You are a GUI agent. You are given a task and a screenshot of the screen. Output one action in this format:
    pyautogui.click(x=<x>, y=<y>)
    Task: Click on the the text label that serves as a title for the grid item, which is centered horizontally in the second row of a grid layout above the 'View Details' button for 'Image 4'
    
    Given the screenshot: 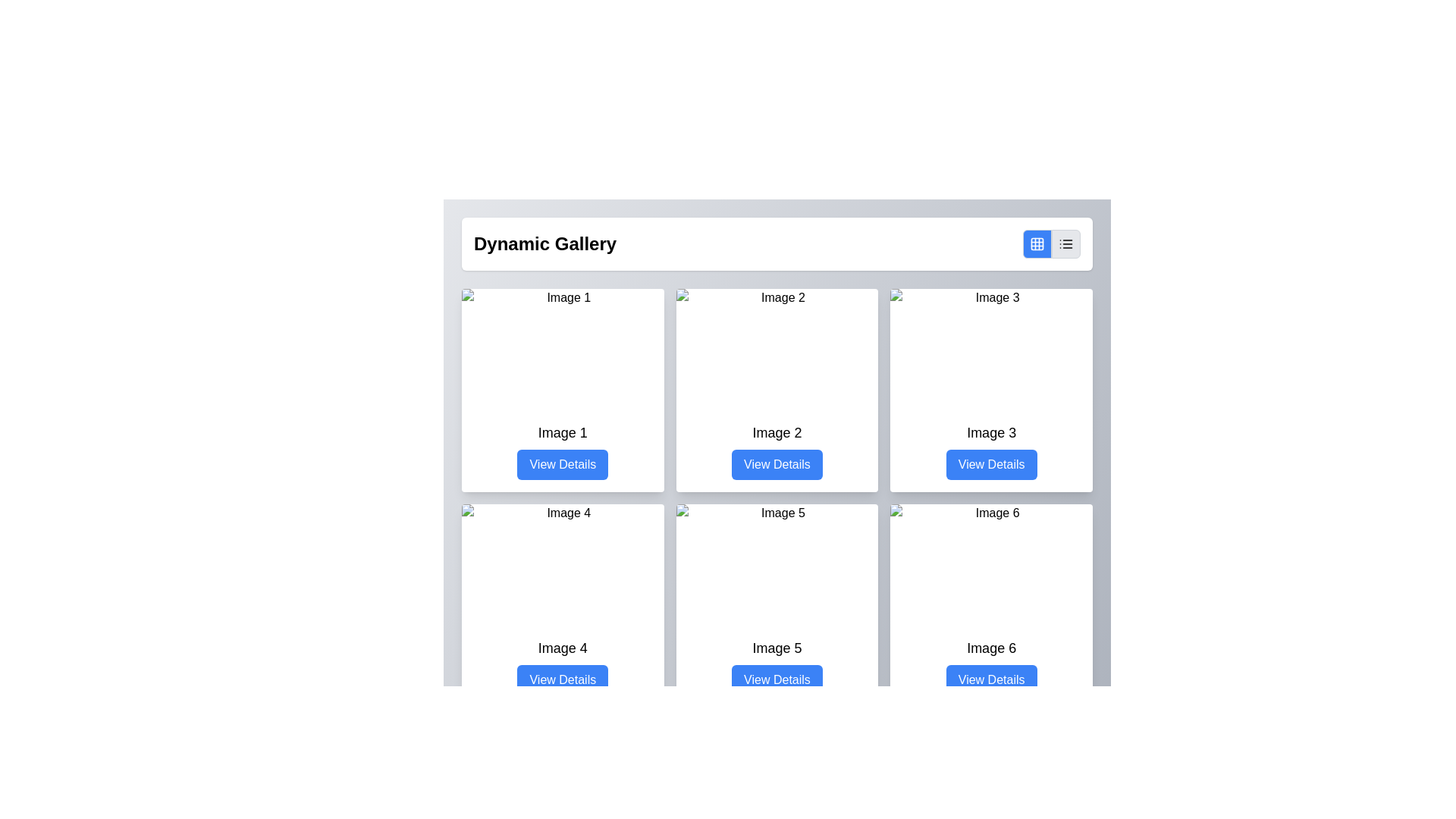 What is the action you would take?
    pyautogui.click(x=562, y=648)
    